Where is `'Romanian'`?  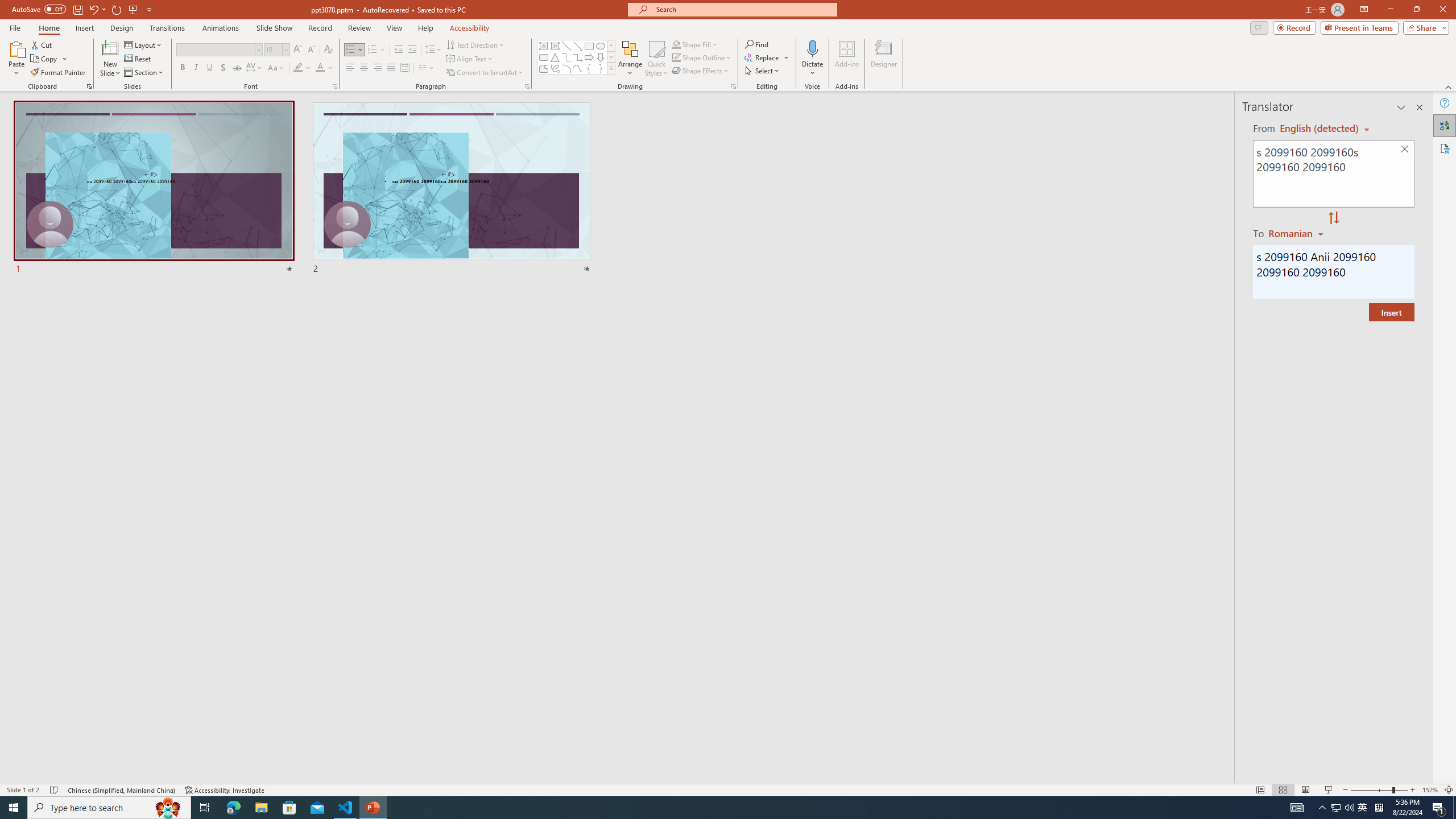
'Romanian' is located at coordinates (1296, 233).